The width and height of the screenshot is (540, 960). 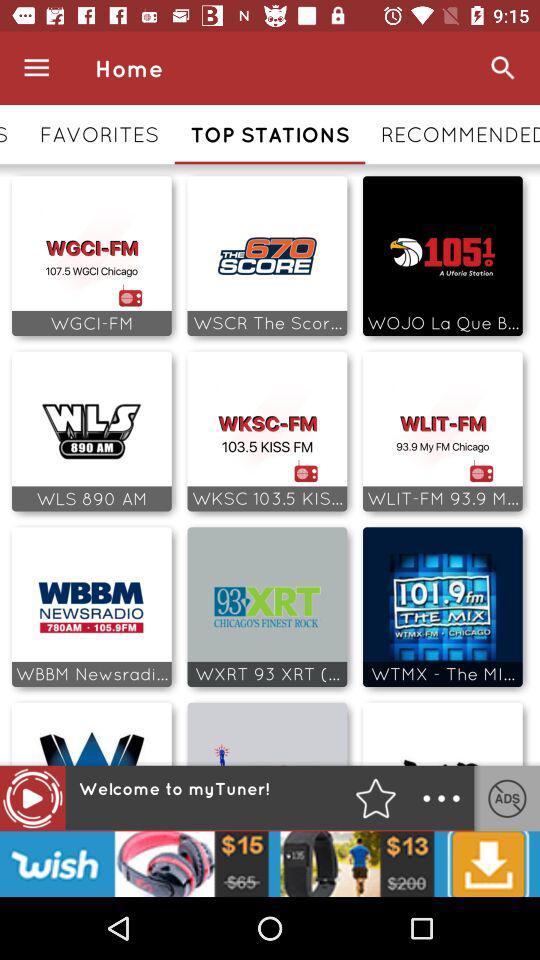 What do you see at coordinates (375, 798) in the screenshot?
I see `the star icon` at bounding box center [375, 798].